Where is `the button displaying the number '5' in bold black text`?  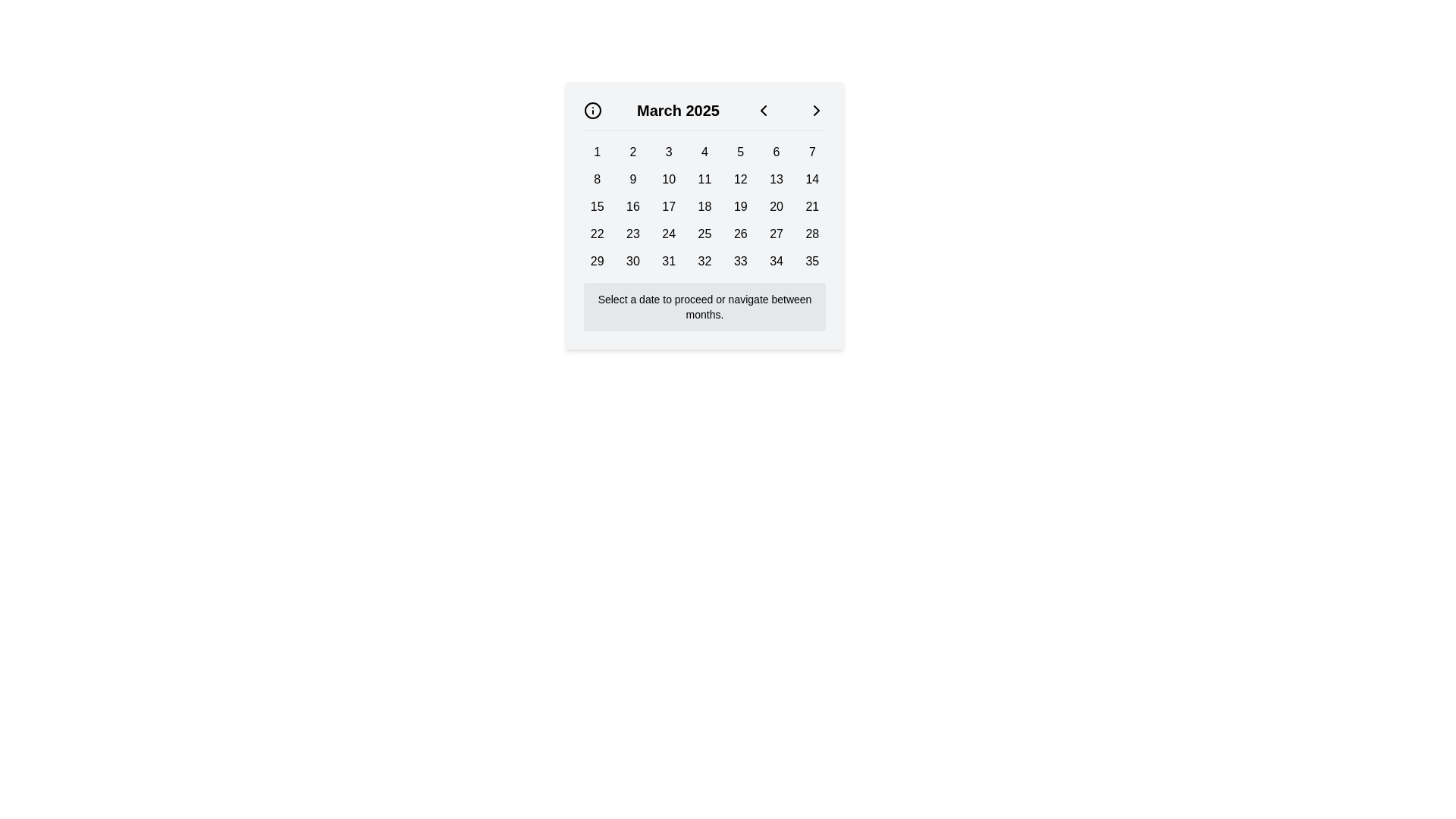 the button displaying the number '5' in bold black text is located at coordinates (740, 152).